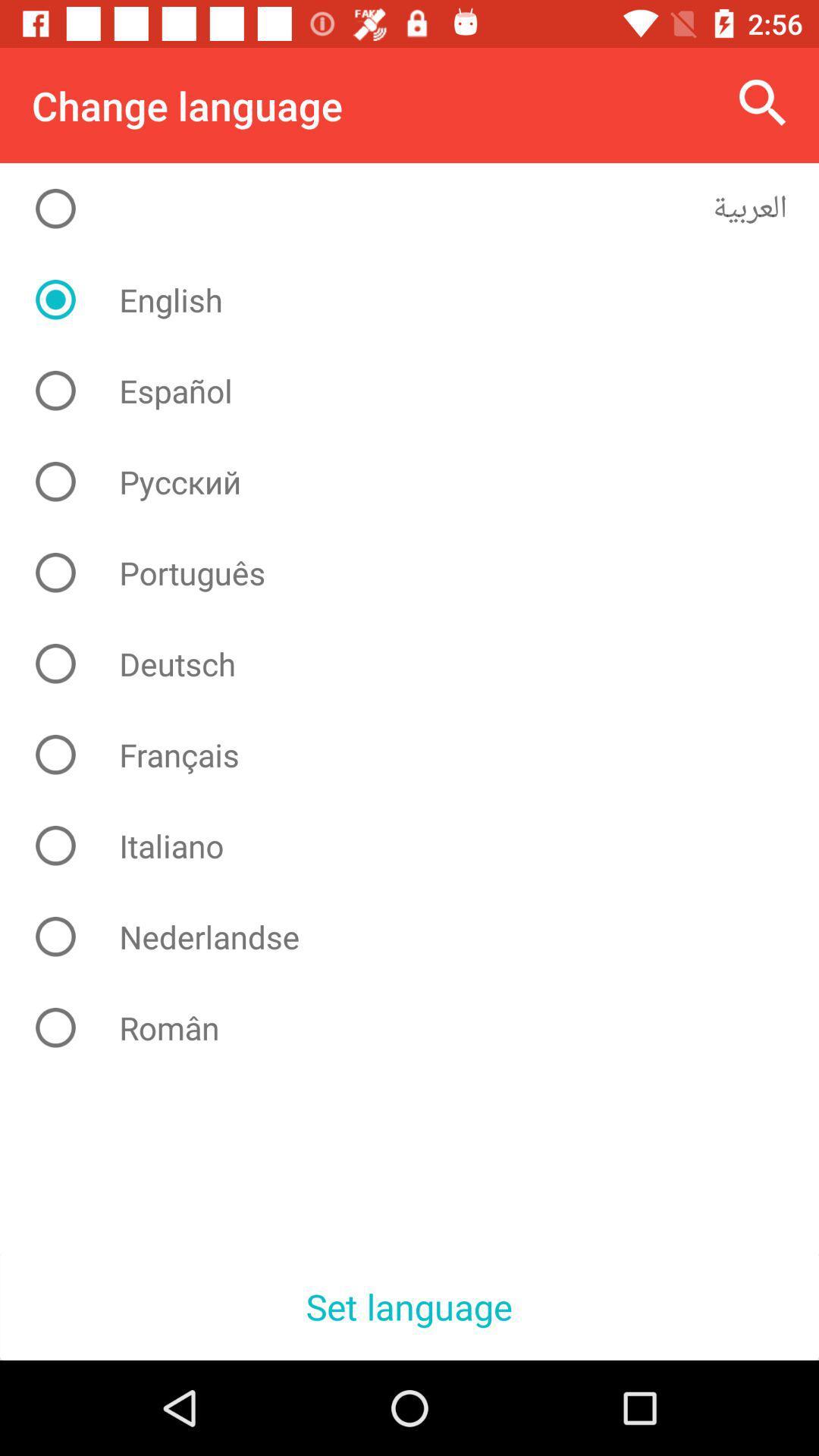 The image size is (819, 1456). I want to click on item above the italiano, so click(421, 755).